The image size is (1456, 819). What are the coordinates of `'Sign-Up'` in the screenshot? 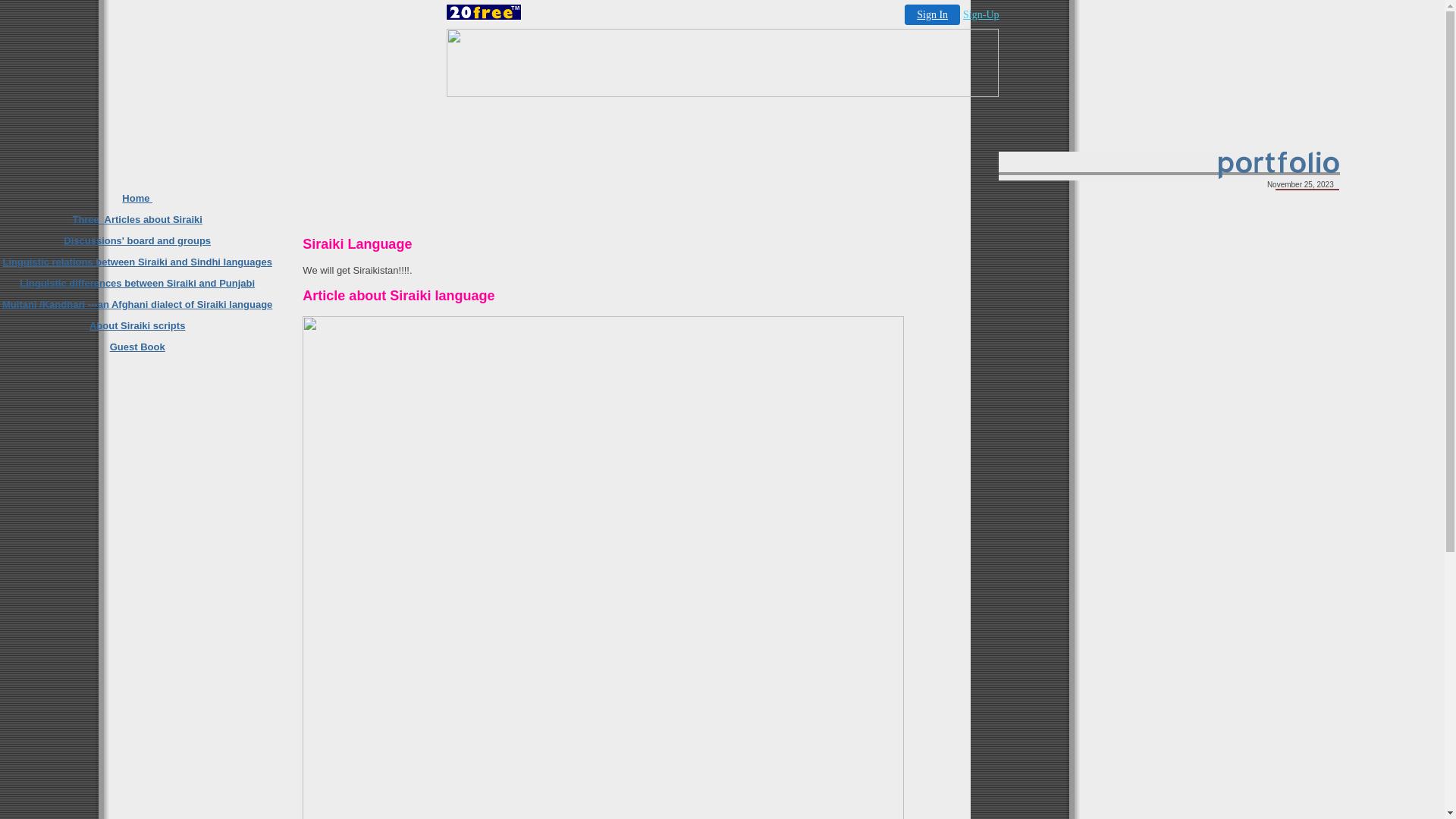 It's located at (981, 14).